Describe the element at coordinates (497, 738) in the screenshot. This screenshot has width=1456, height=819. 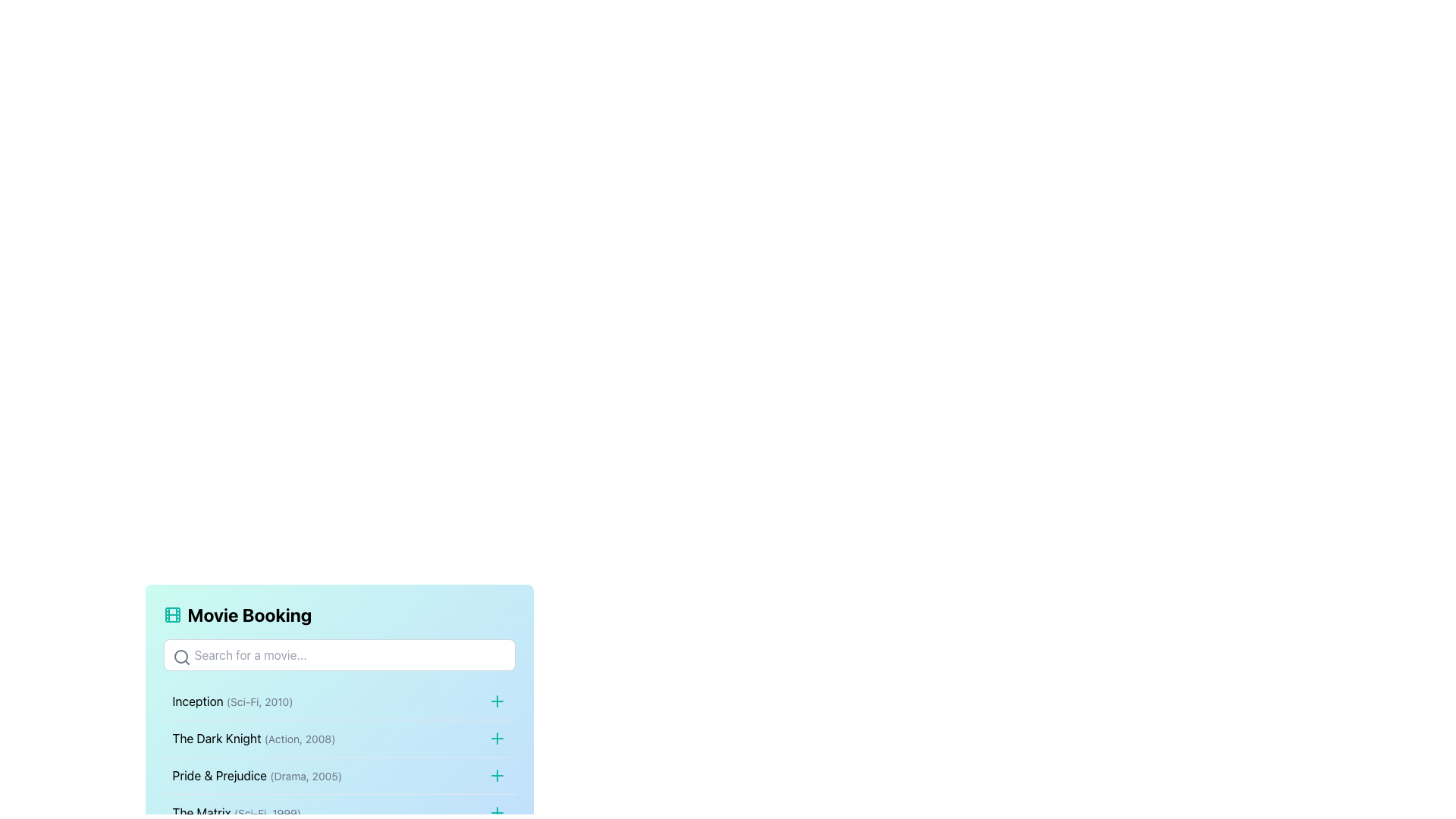
I see `the small plus icon with thin teal-colored lines, located to the right of the text 'The Dark Knight (Action, 2008)'` at that location.